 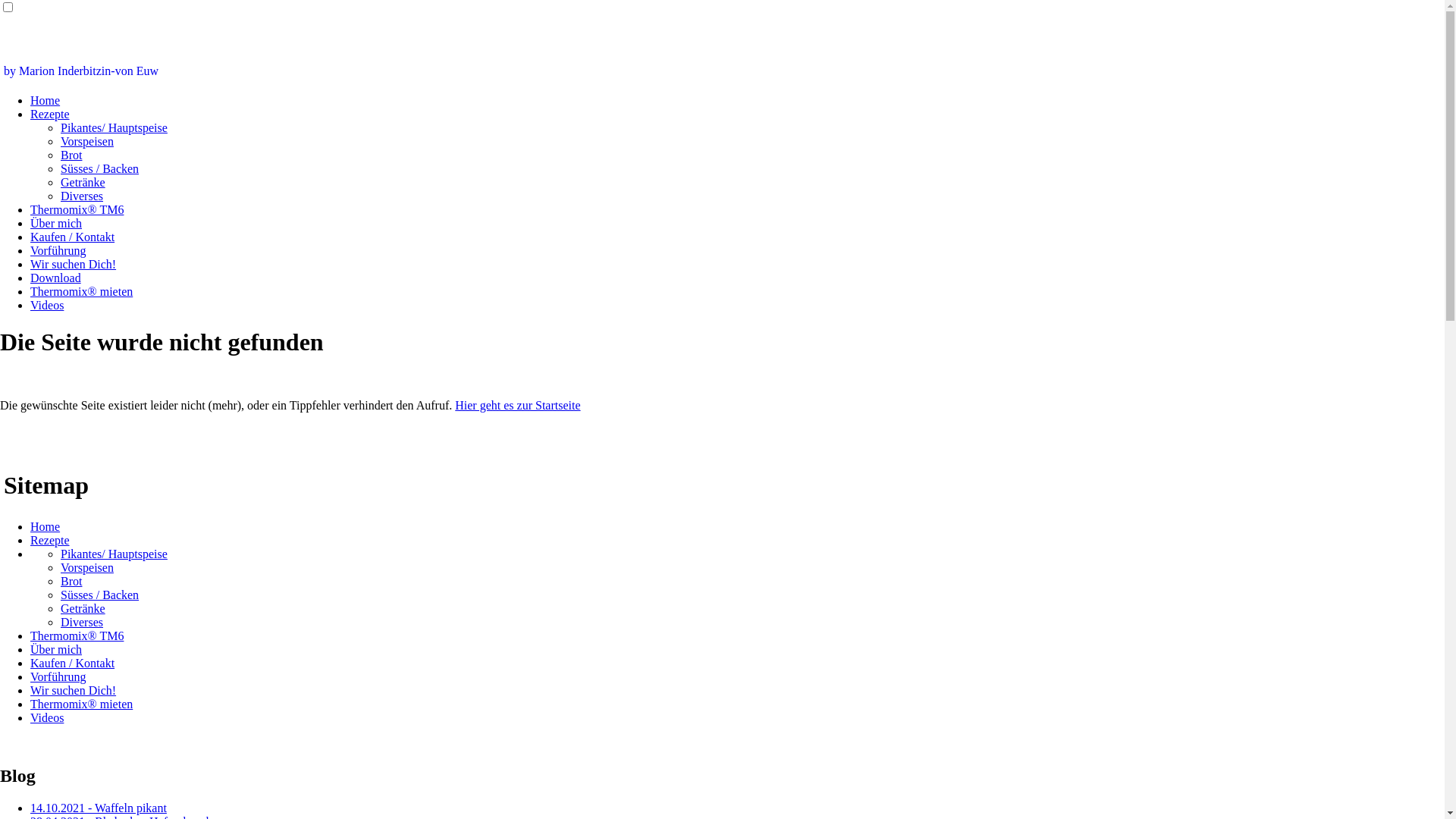 I want to click on 'Pikantes/ Hauptspeise', so click(x=113, y=127).